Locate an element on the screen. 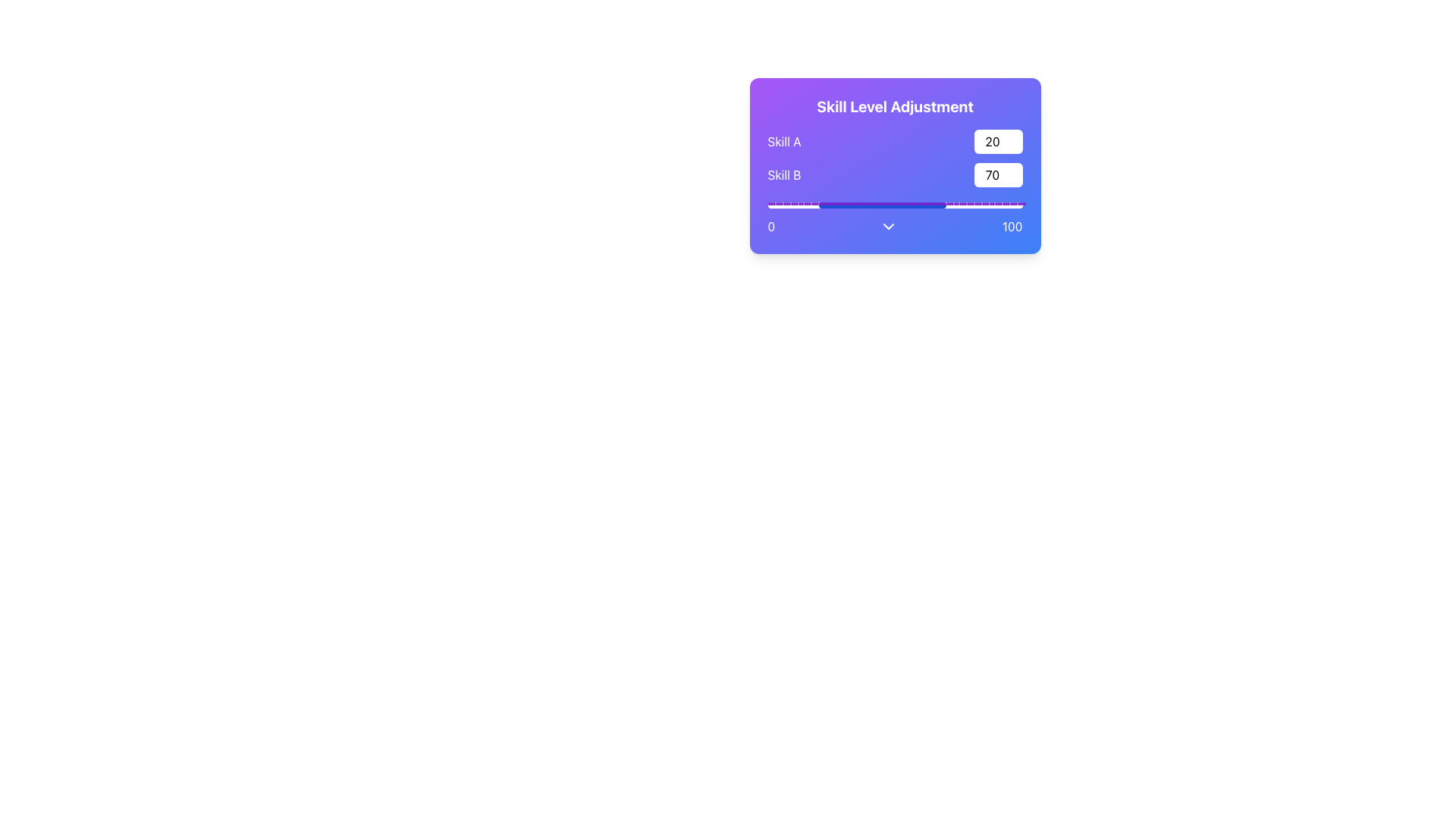 The height and width of the screenshot is (819, 1456). the right-facing chevron icon located centrally in a blue gradient area is located at coordinates (888, 227).